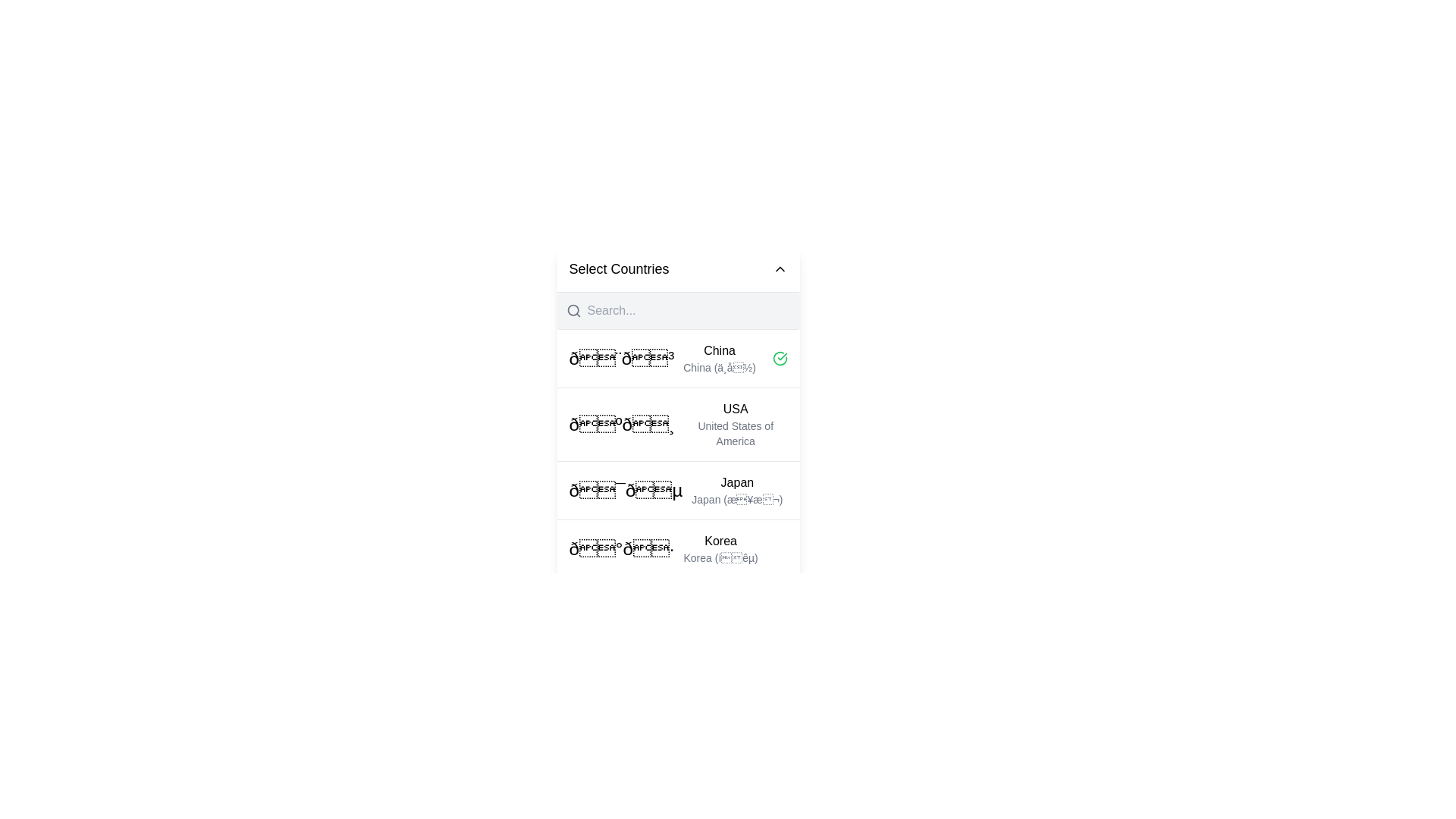 The height and width of the screenshot is (819, 1456). Describe the element at coordinates (780, 268) in the screenshot. I see `the Chevron Up icon located in the header section labeled 'Select Countries'` at that location.